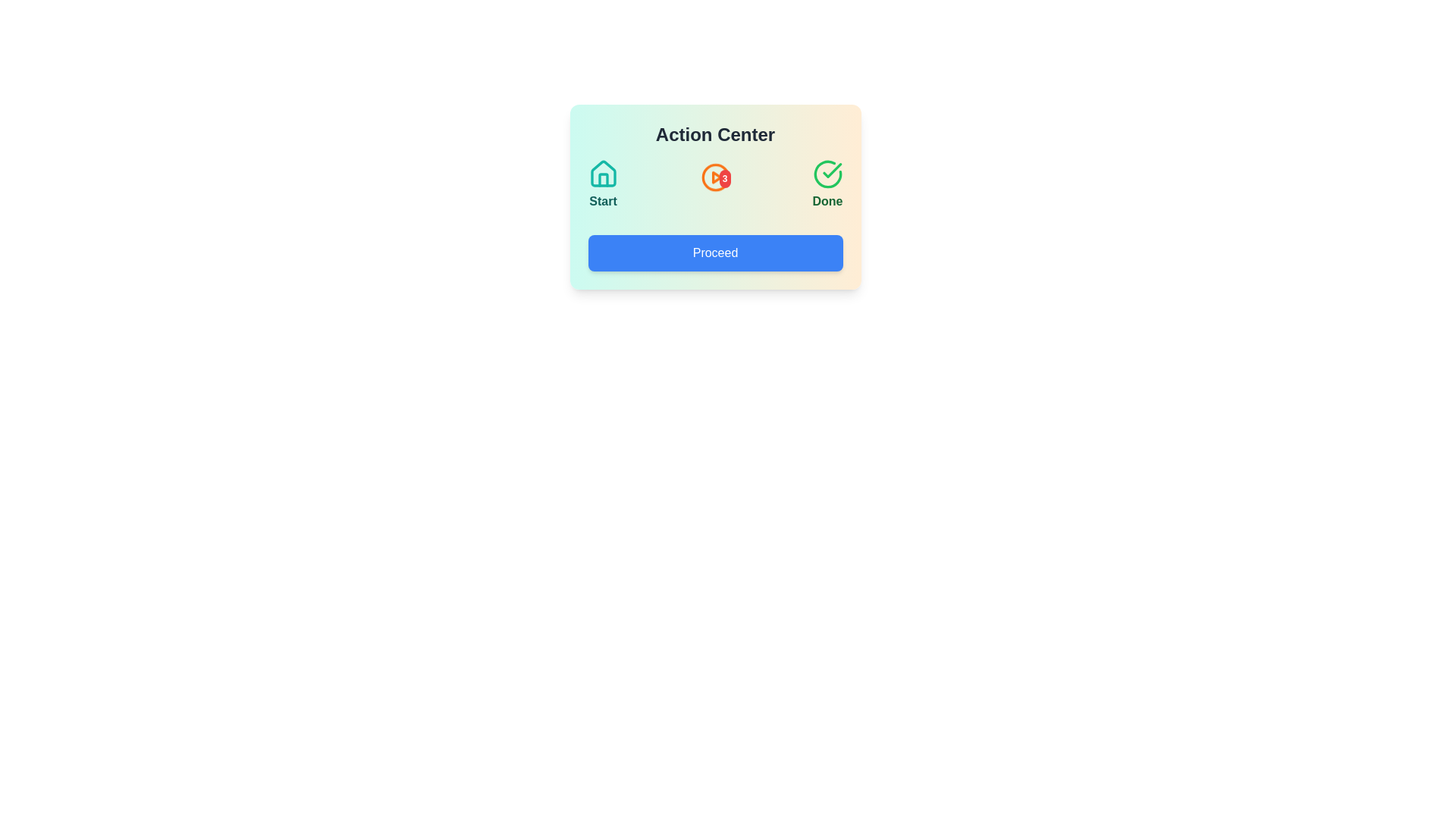  Describe the element at coordinates (714, 184) in the screenshot. I see `the notification badge icon representing an item count of 3, located between the 'Start' indicator and the 'Done' status icon` at that location.